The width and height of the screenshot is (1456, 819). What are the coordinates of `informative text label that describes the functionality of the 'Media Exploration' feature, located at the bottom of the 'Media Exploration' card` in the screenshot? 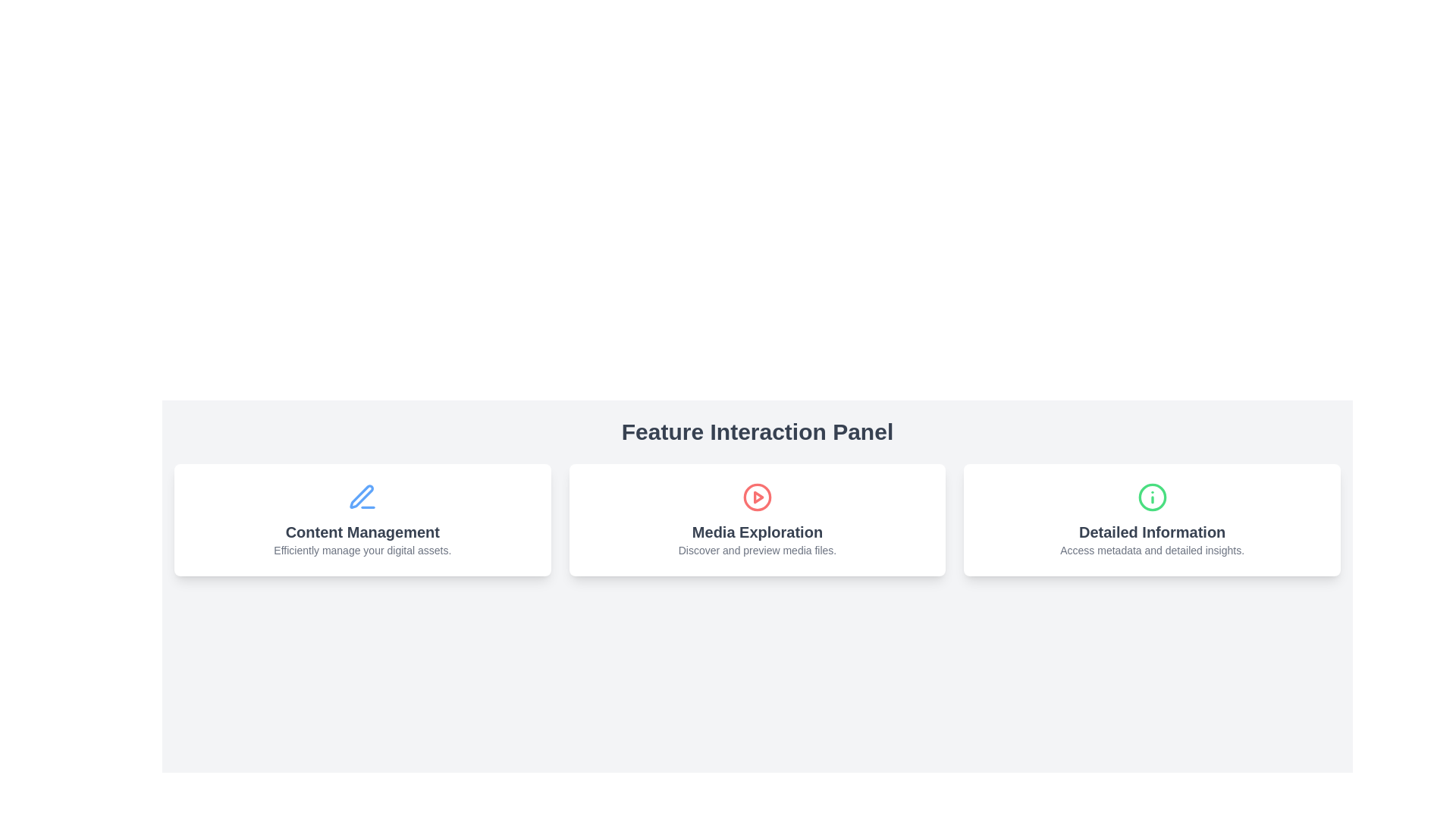 It's located at (757, 550).